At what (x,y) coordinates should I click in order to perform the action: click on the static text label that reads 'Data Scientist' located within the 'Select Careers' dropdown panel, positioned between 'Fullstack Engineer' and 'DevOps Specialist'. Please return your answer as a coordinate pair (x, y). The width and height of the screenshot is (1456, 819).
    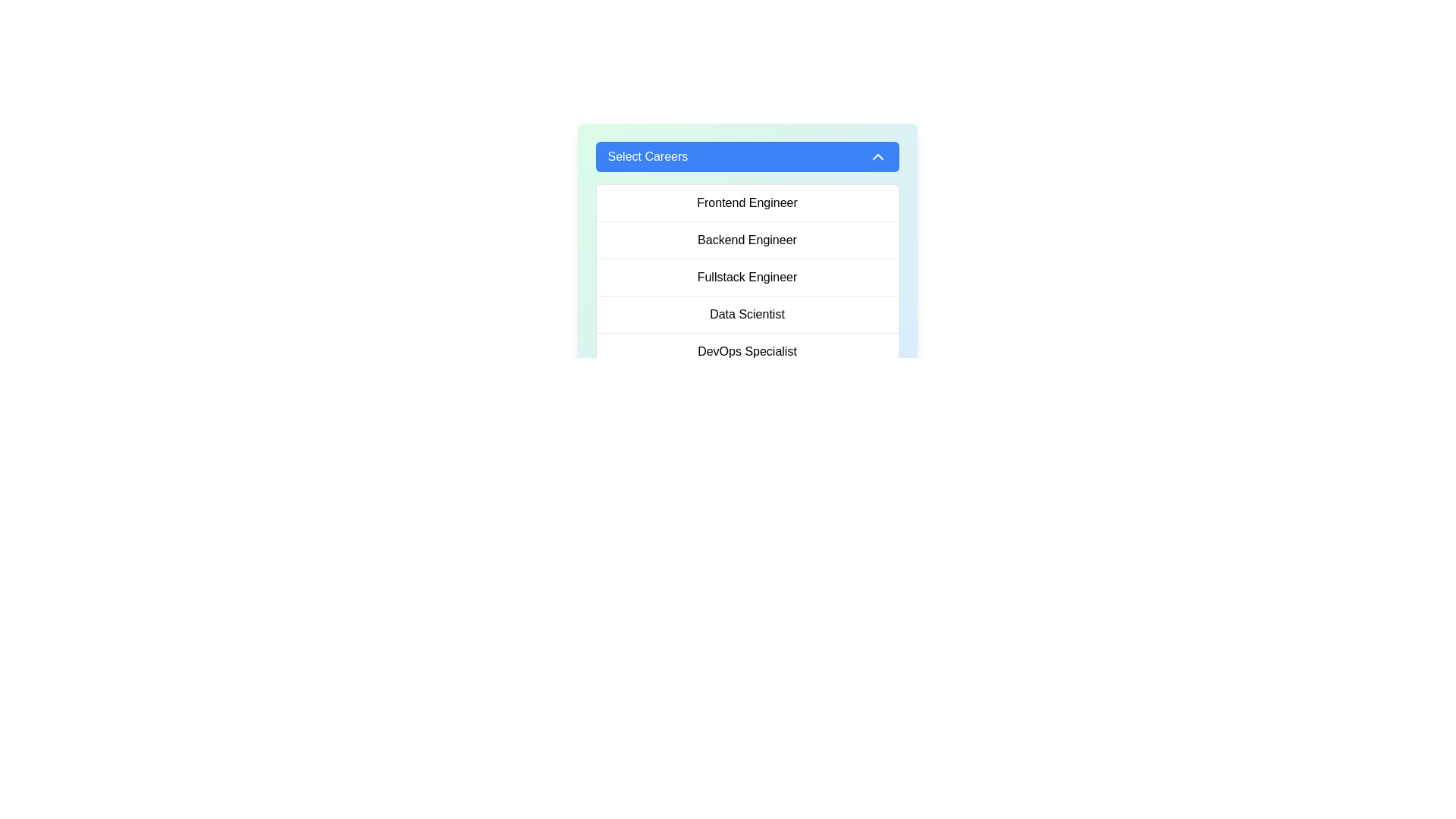
    Looking at the image, I should click on (747, 313).